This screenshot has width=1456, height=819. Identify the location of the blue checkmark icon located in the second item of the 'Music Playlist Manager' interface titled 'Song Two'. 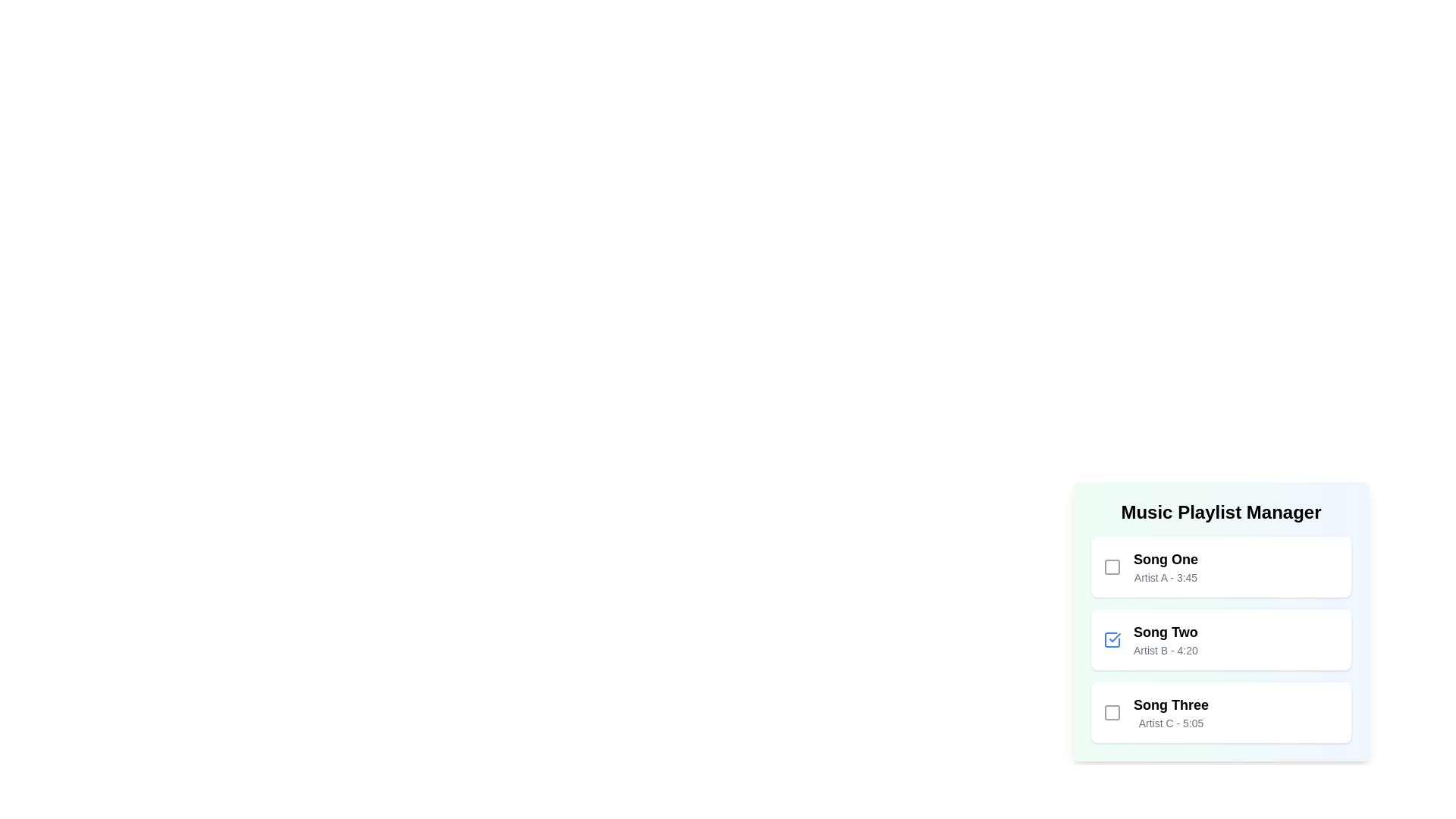
(1115, 637).